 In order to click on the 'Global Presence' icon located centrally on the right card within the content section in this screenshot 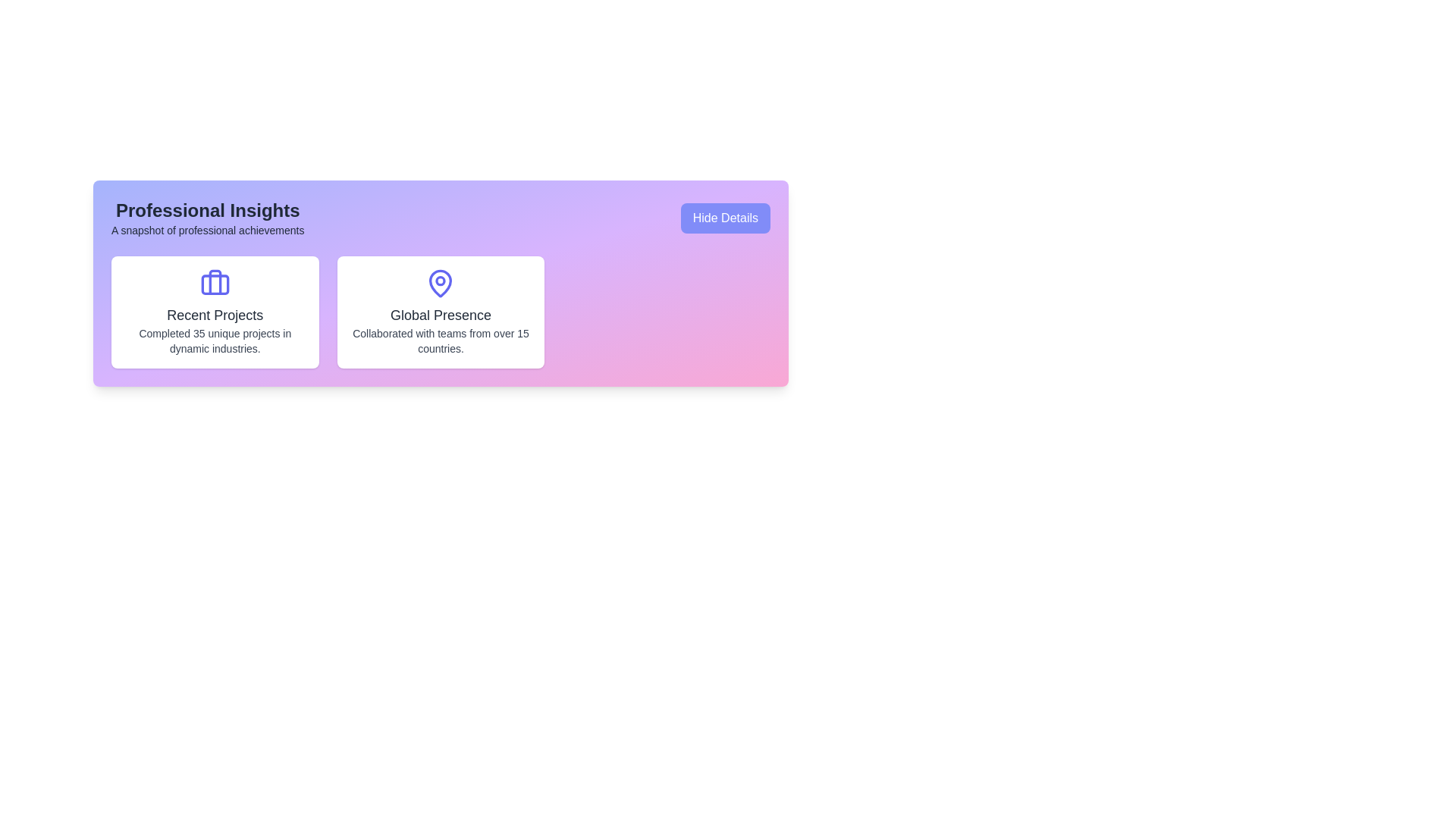, I will do `click(440, 284)`.